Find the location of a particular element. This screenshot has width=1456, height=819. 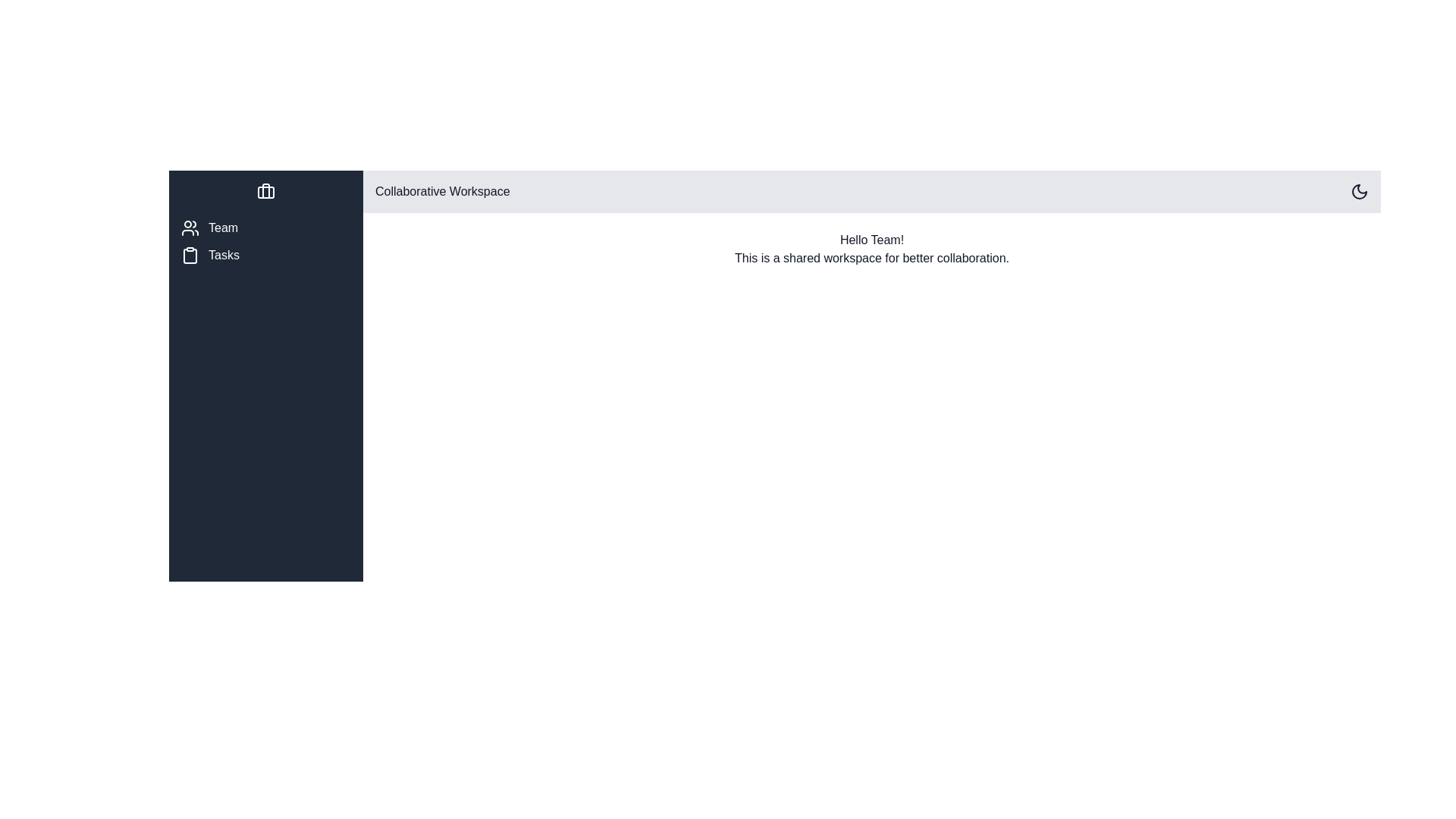

the 'Tasks' text label, which is displayed in white font on a dark sidebar is located at coordinates (223, 254).